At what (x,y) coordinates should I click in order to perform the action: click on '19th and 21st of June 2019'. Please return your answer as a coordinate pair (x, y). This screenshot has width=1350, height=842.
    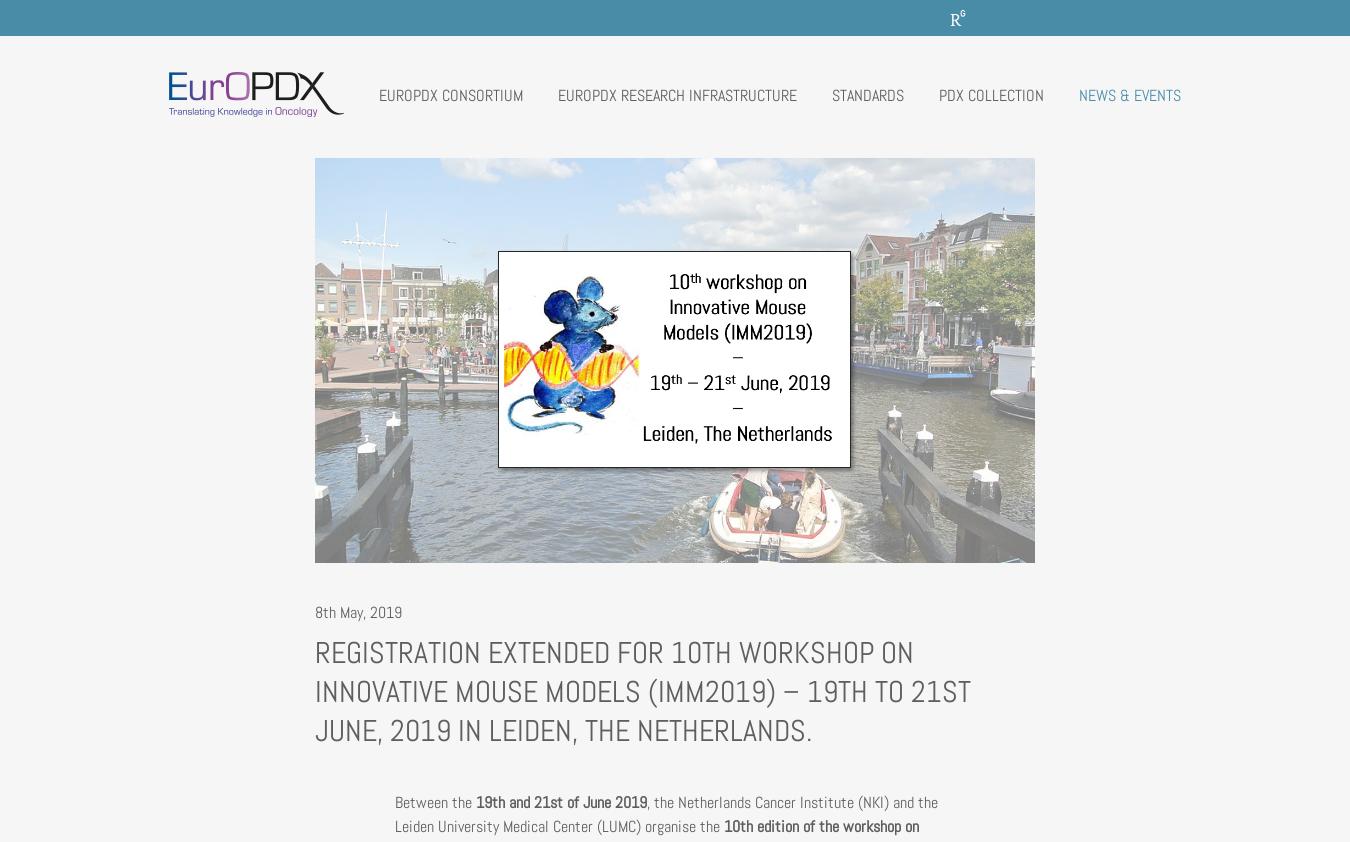
    Looking at the image, I should click on (475, 801).